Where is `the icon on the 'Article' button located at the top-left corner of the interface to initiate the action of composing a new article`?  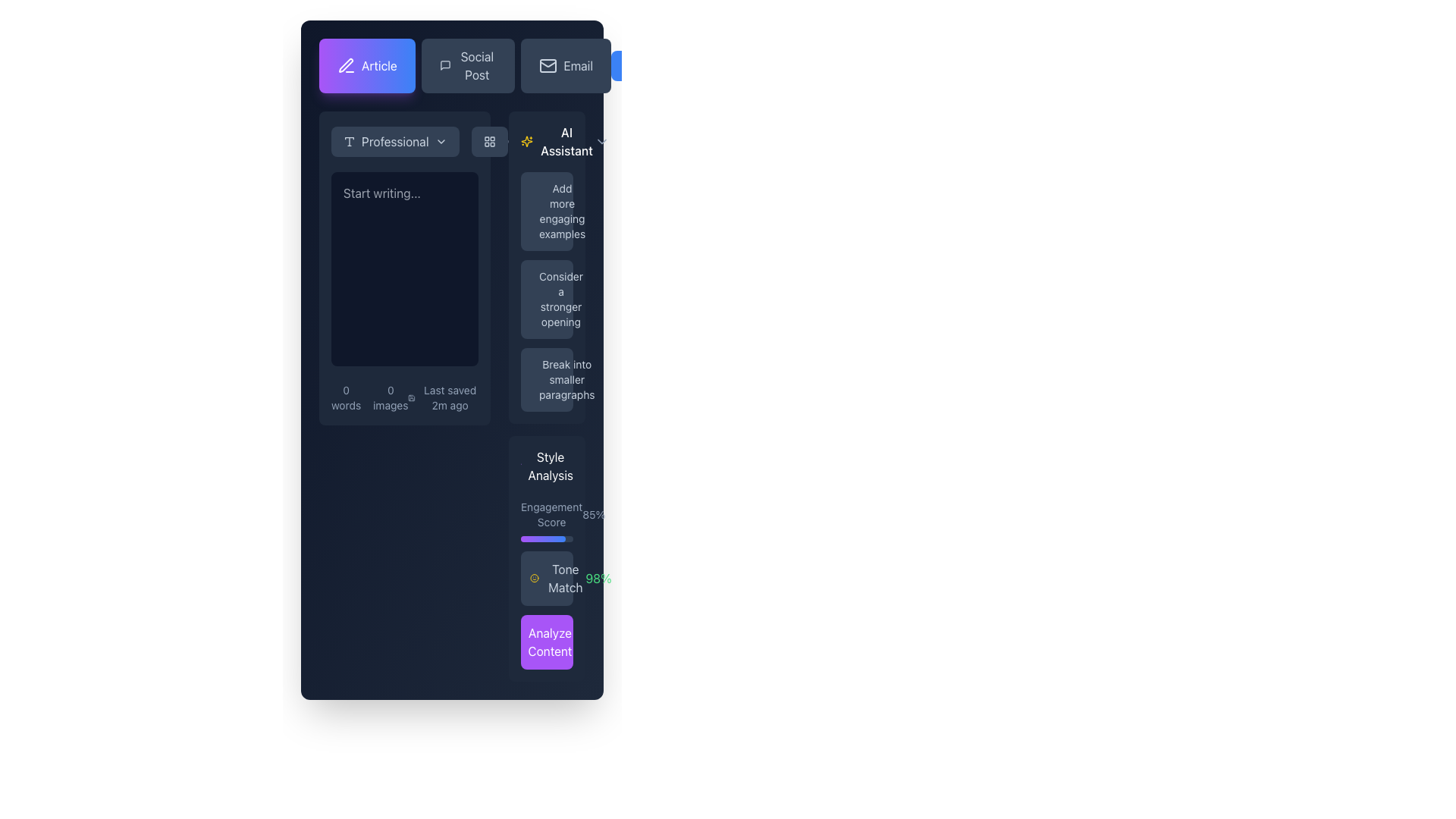
the icon on the 'Article' button located at the top-left corner of the interface to initiate the action of composing a new article is located at coordinates (345, 65).